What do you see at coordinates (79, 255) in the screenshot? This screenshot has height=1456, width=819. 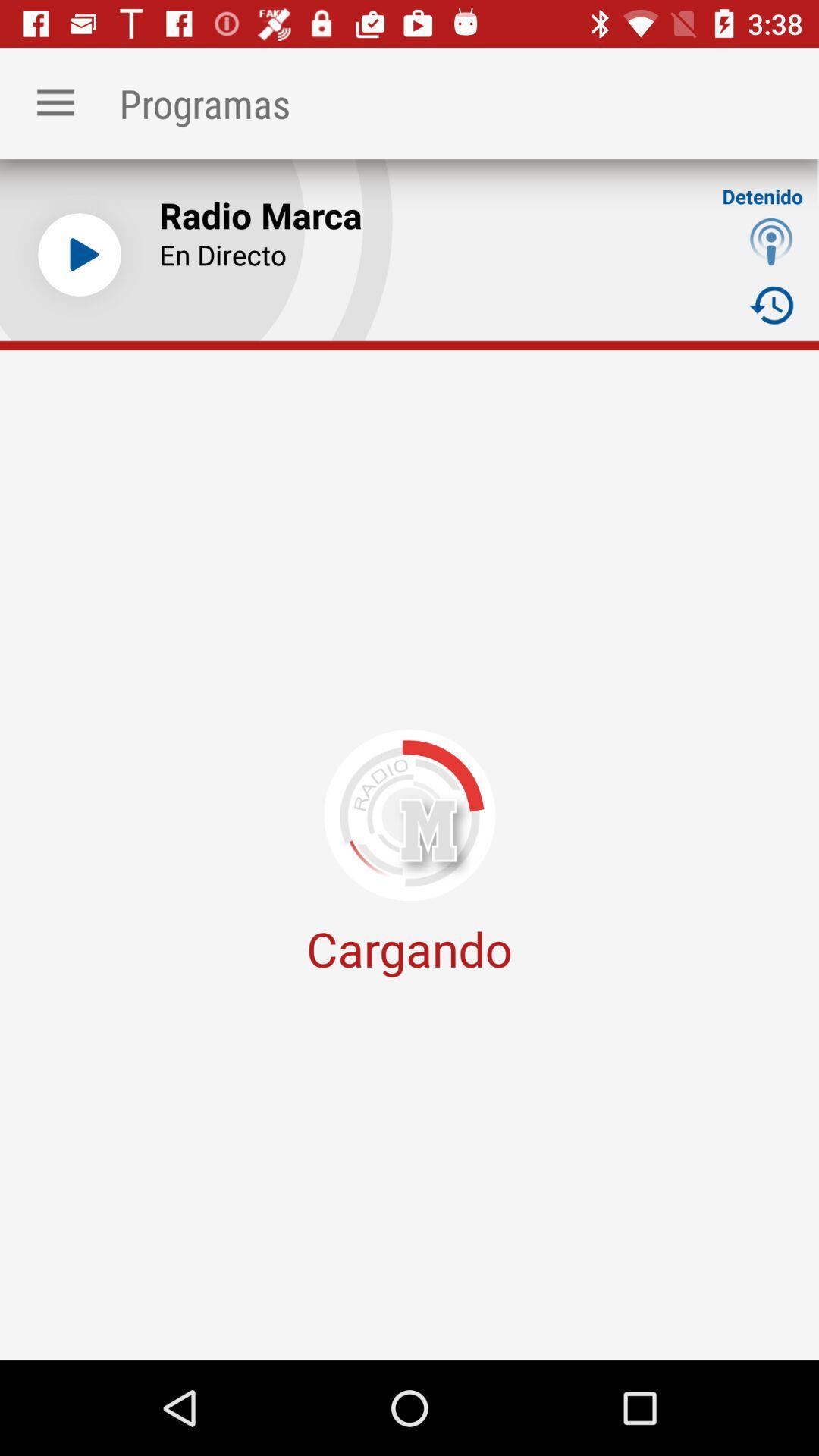 I see `play` at bounding box center [79, 255].